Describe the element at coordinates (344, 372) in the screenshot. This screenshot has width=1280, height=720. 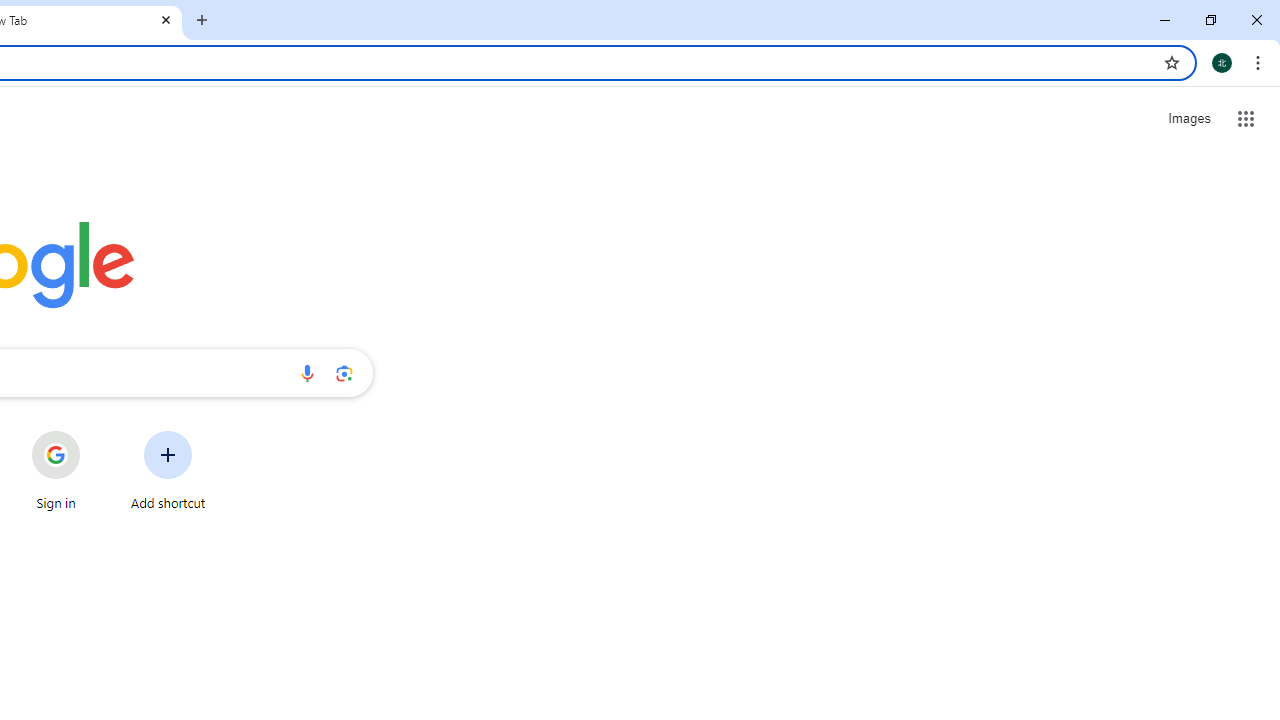
I see `'Search by image'` at that location.